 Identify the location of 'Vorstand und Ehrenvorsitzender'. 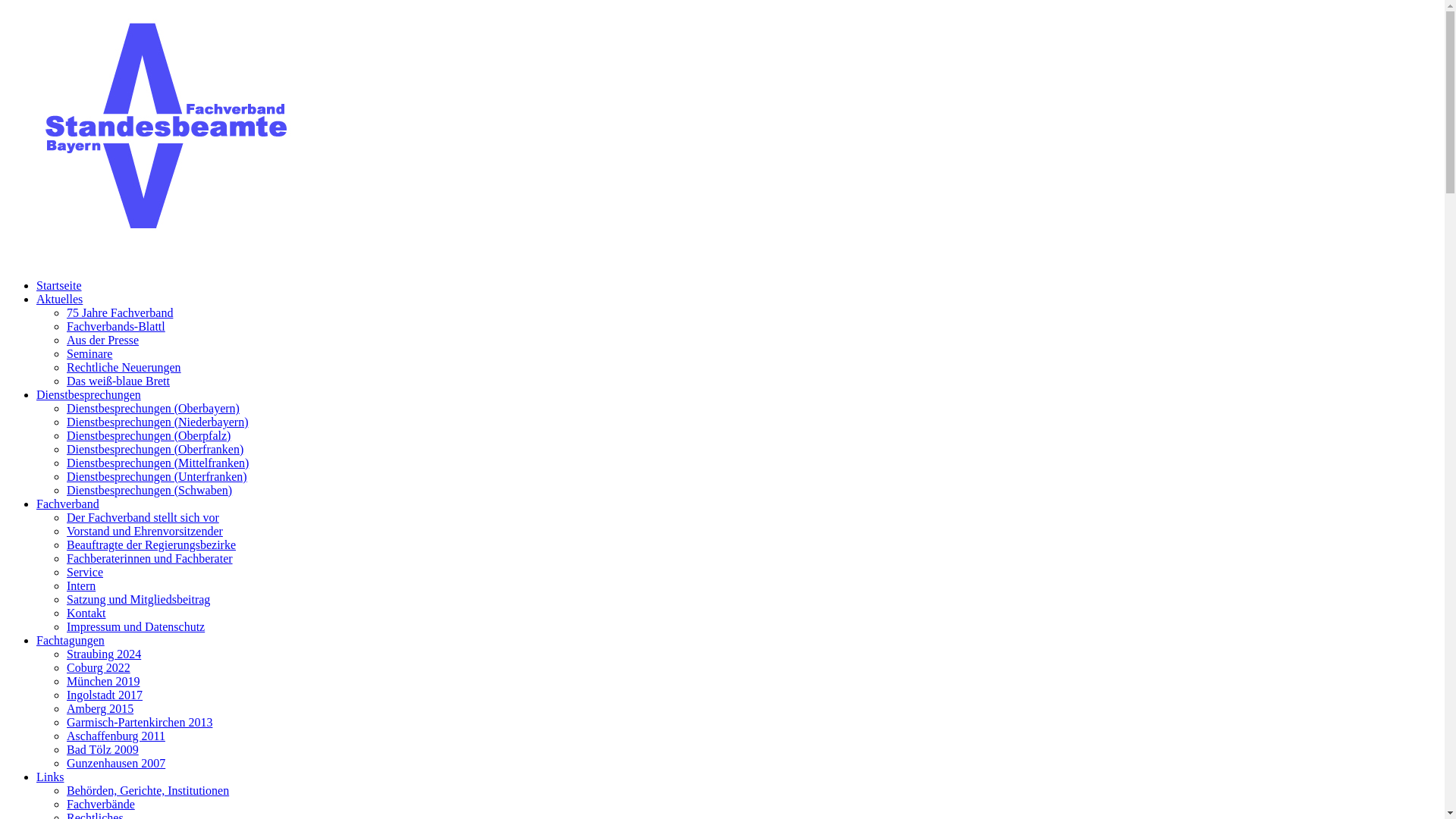
(145, 530).